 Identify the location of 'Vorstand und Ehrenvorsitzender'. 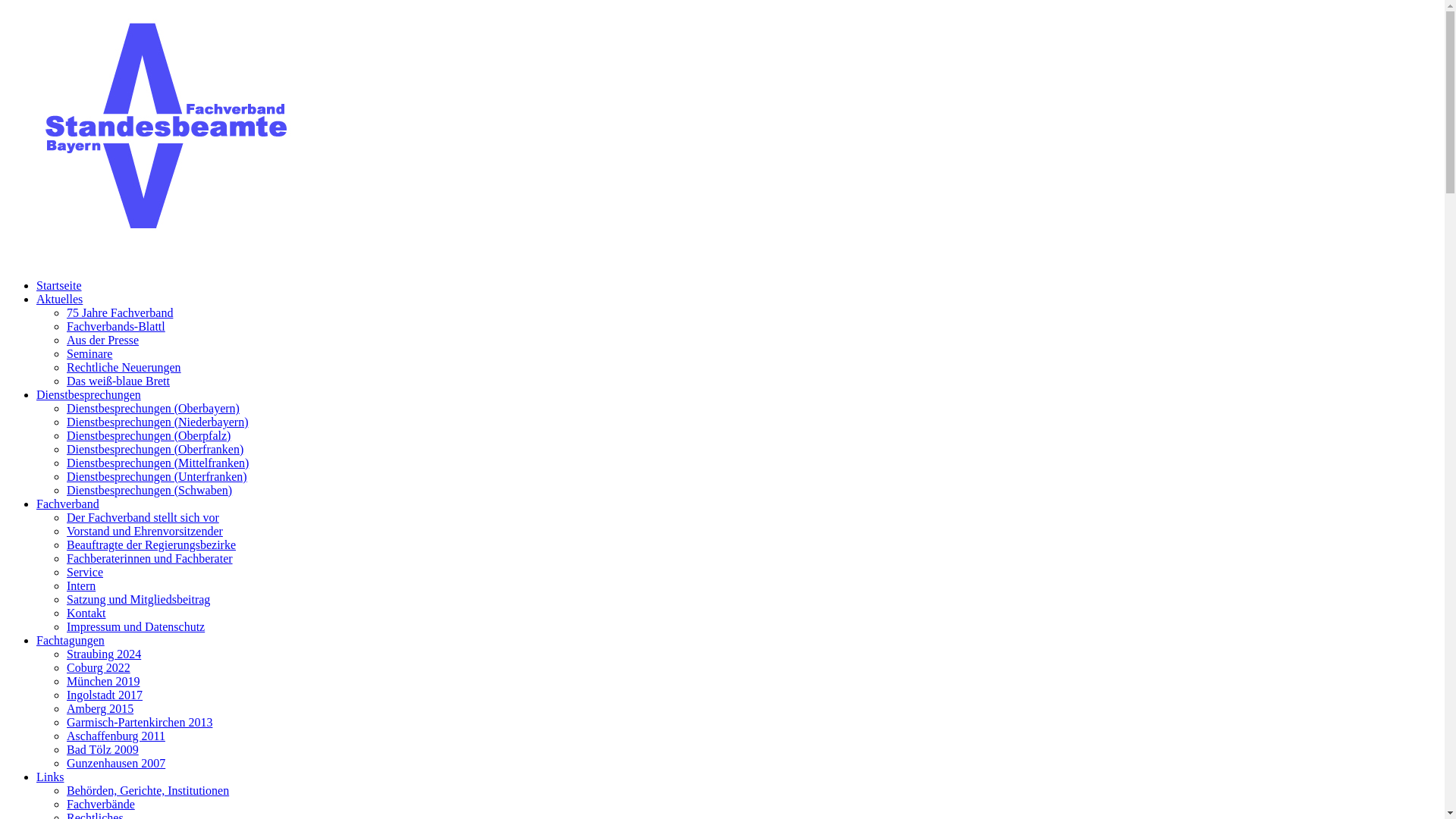
(145, 530).